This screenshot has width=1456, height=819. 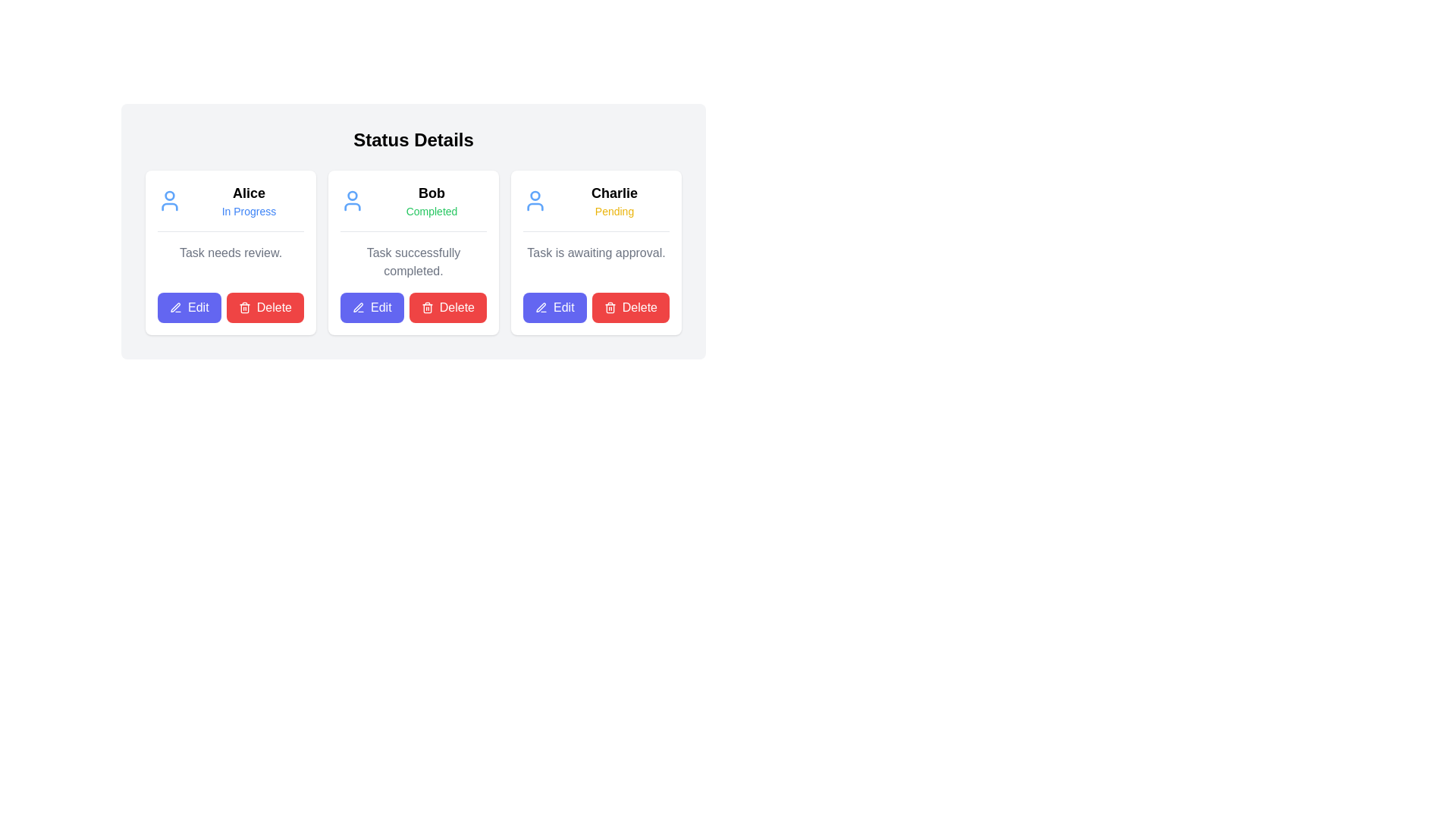 I want to click on the group of buttons labeled 'Edit' and 'Delete', so click(x=595, y=307).